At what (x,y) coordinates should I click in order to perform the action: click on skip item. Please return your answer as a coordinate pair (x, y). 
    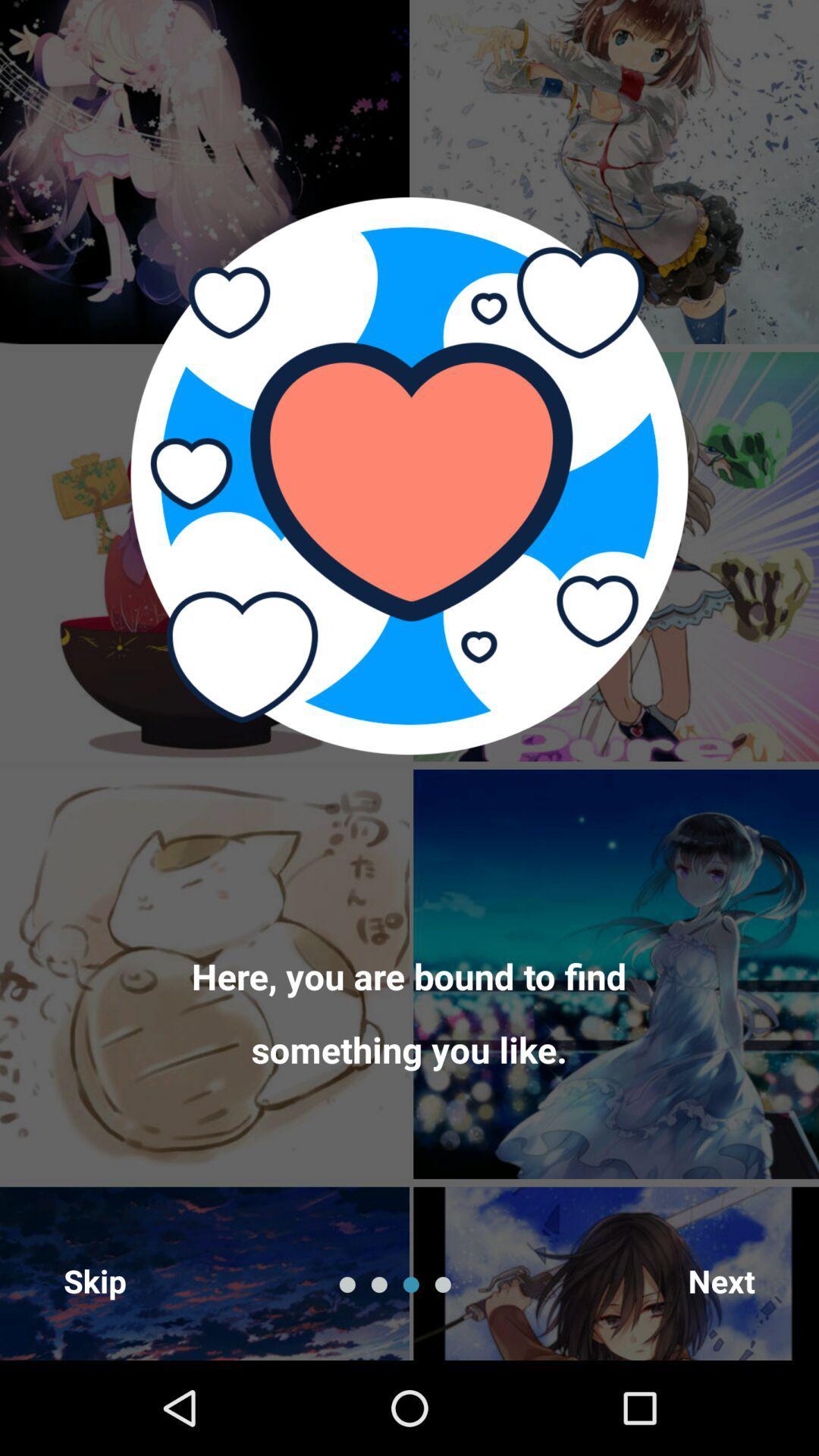
    Looking at the image, I should click on (95, 1280).